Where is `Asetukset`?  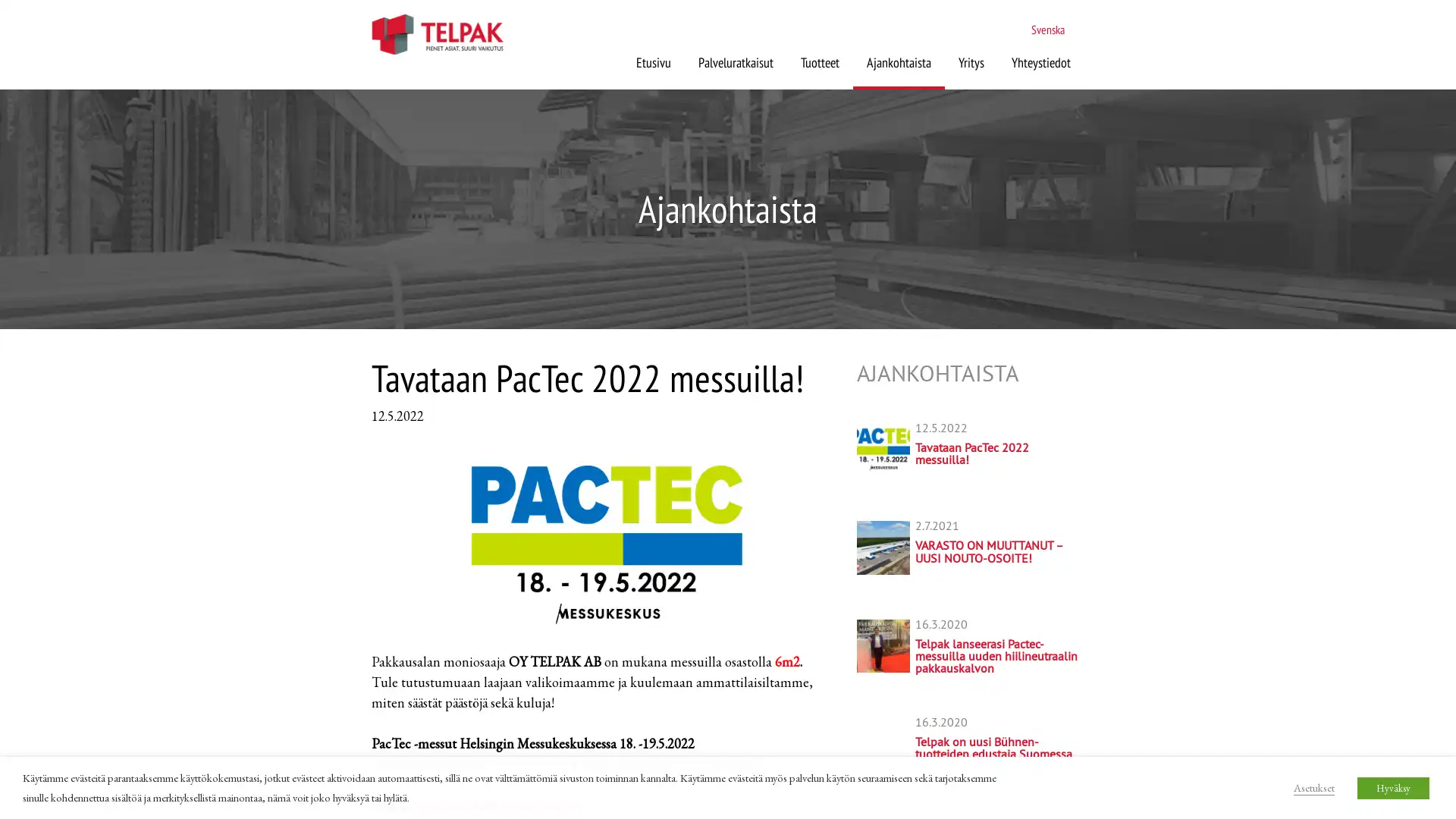
Asetukset is located at coordinates (1313, 786).